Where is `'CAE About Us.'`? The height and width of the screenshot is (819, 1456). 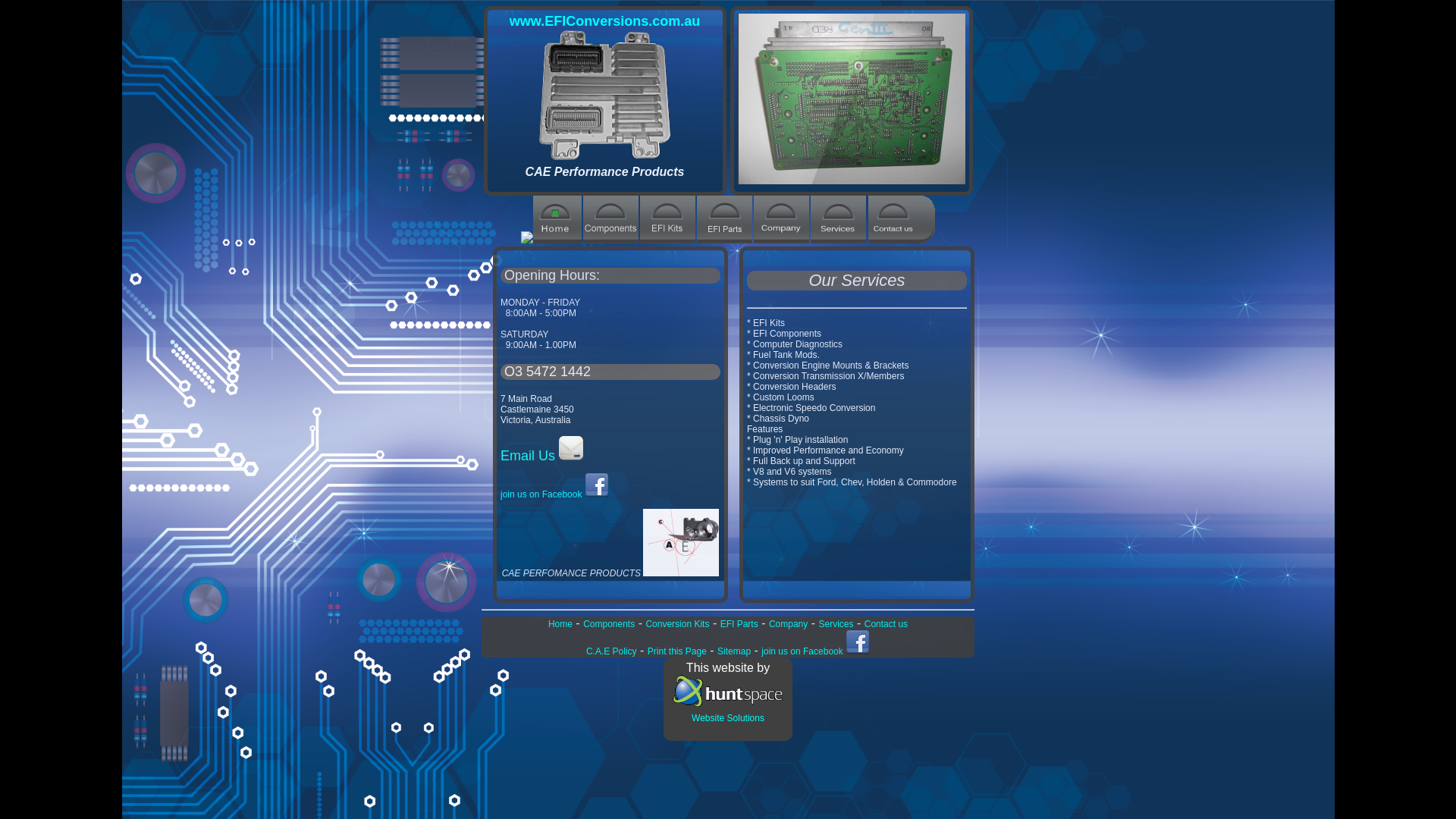
'CAE About Us.' is located at coordinates (781, 239).